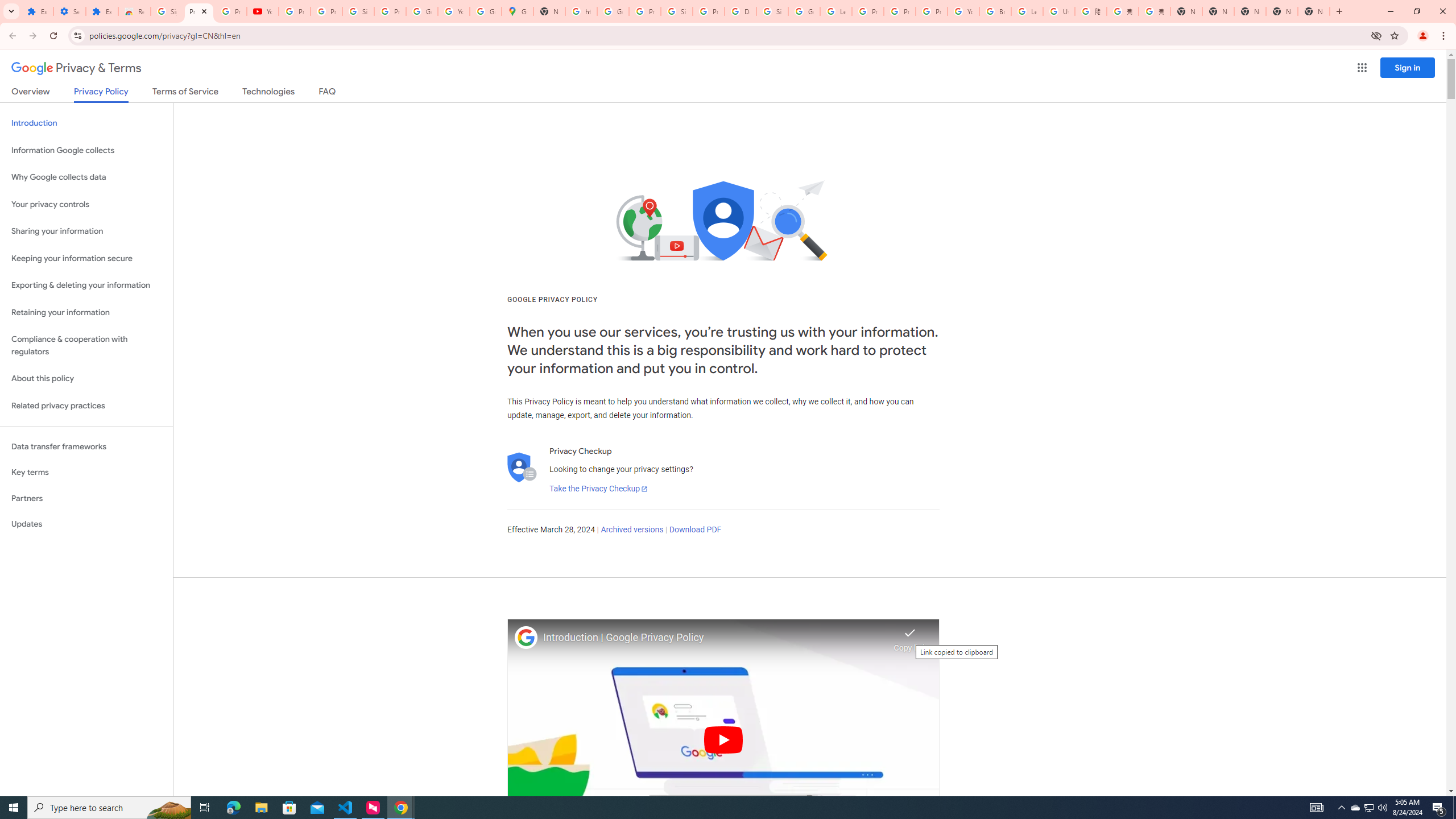 Image resolution: width=1456 pixels, height=819 pixels. Describe the element at coordinates (526, 636) in the screenshot. I see `'Photo image of Google'` at that location.